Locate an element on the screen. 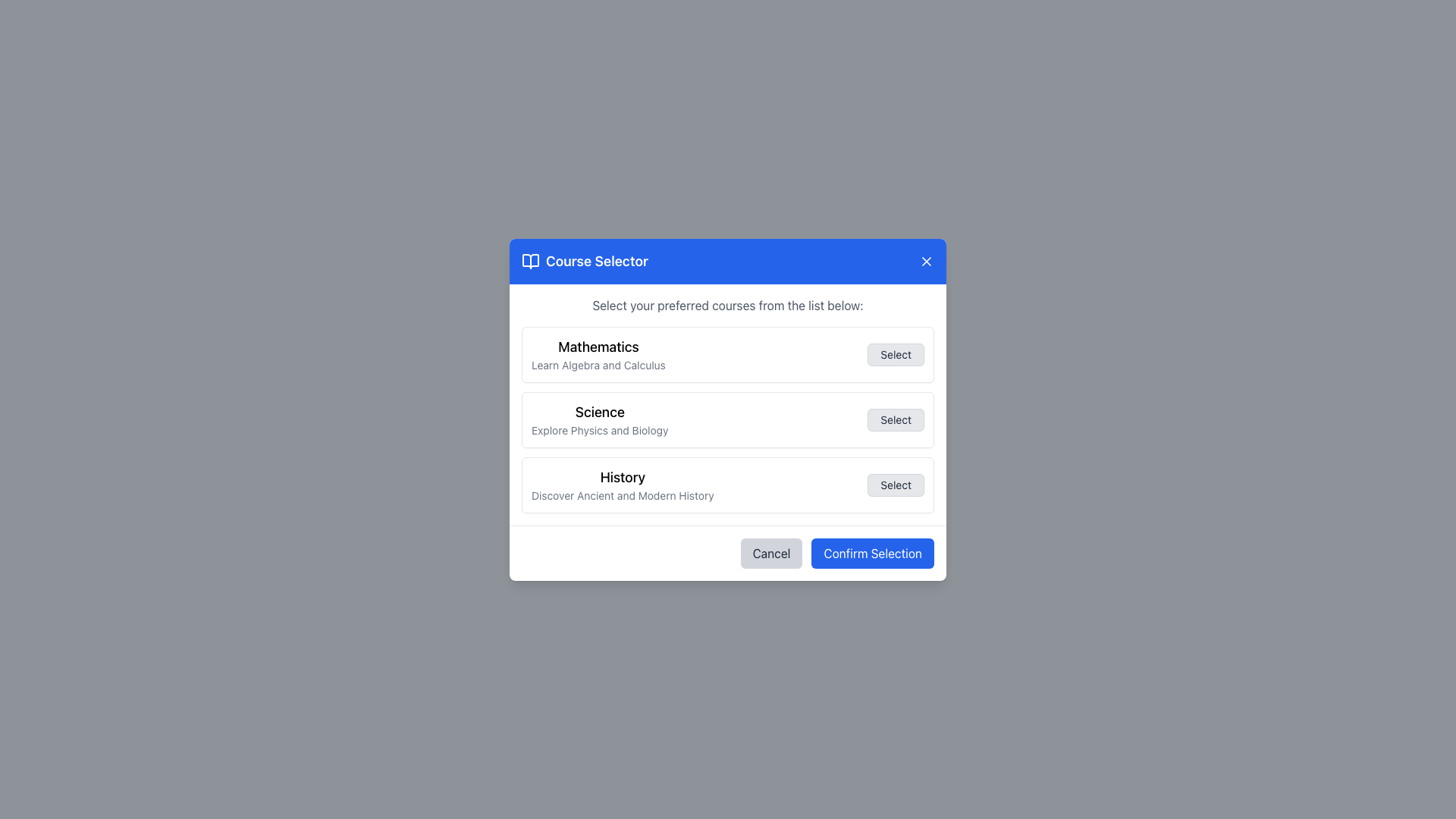 The image size is (1456, 819). the List Item with a Button representing the course category 'Science' is located at coordinates (728, 419).